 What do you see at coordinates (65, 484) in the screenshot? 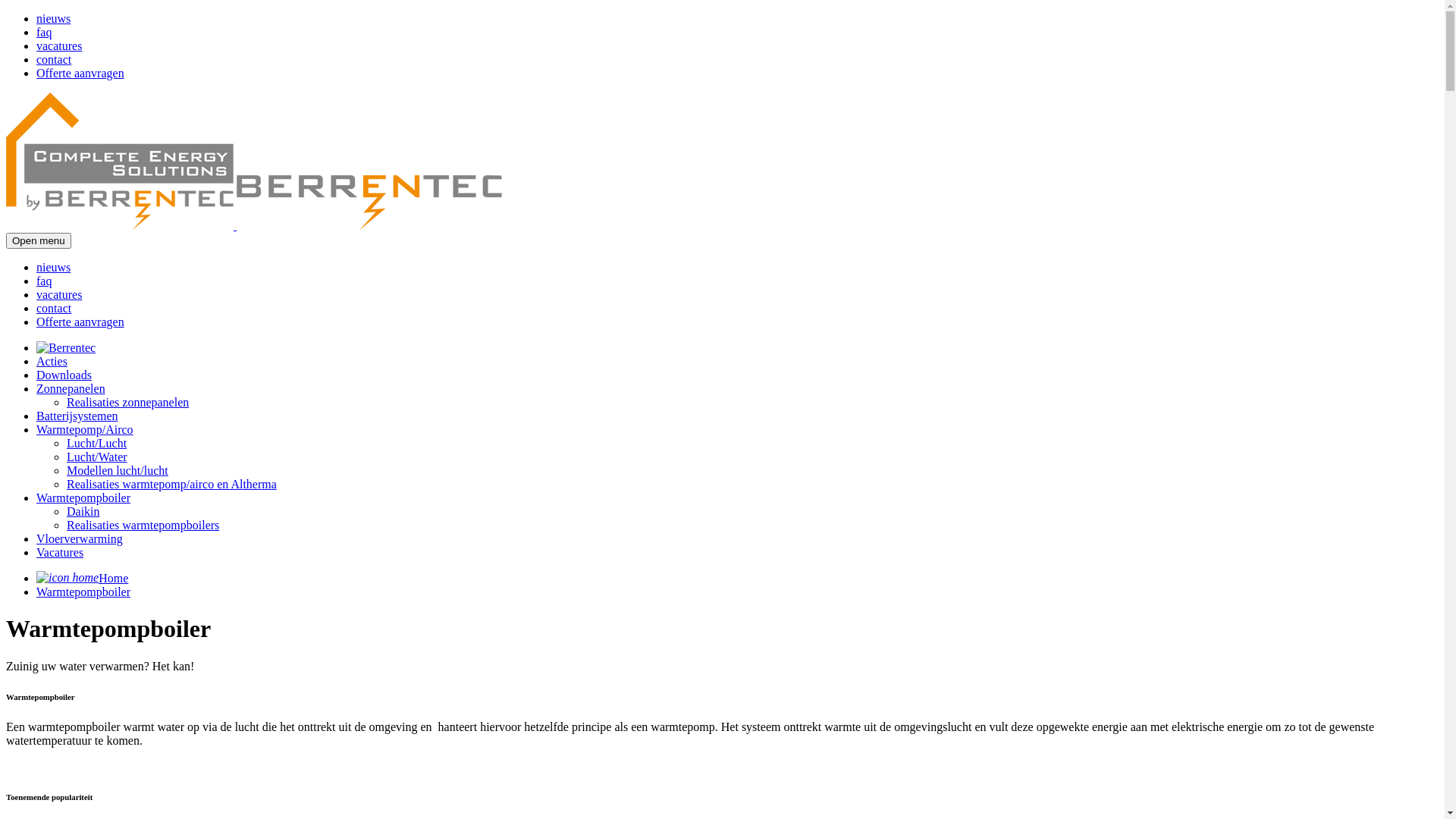
I see `'Realisaties warmtepomp/airco en Altherma'` at bounding box center [65, 484].